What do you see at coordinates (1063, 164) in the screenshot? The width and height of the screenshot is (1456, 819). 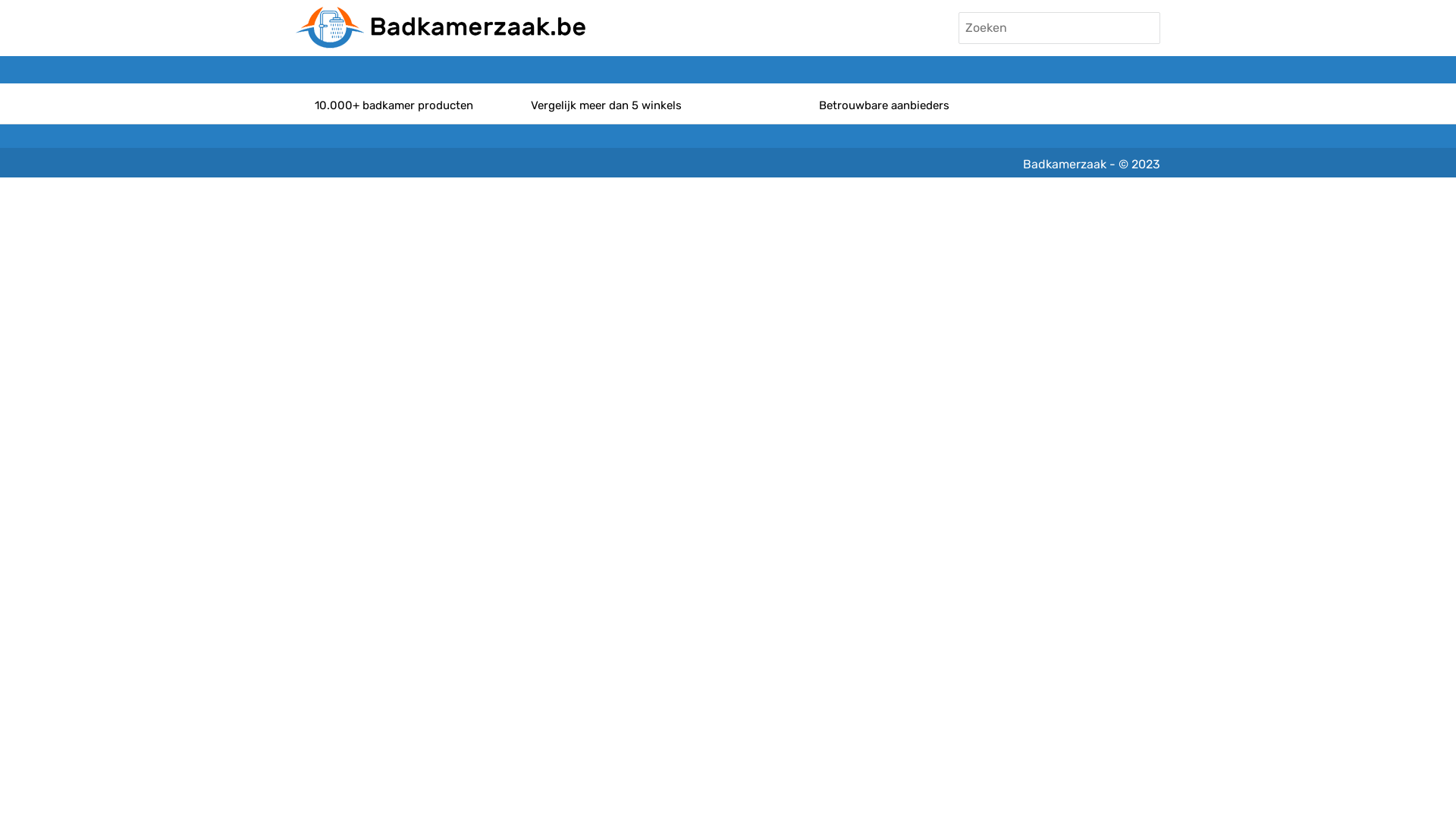 I see `'Badkamerzaak'` at bounding box center [1063, 164].